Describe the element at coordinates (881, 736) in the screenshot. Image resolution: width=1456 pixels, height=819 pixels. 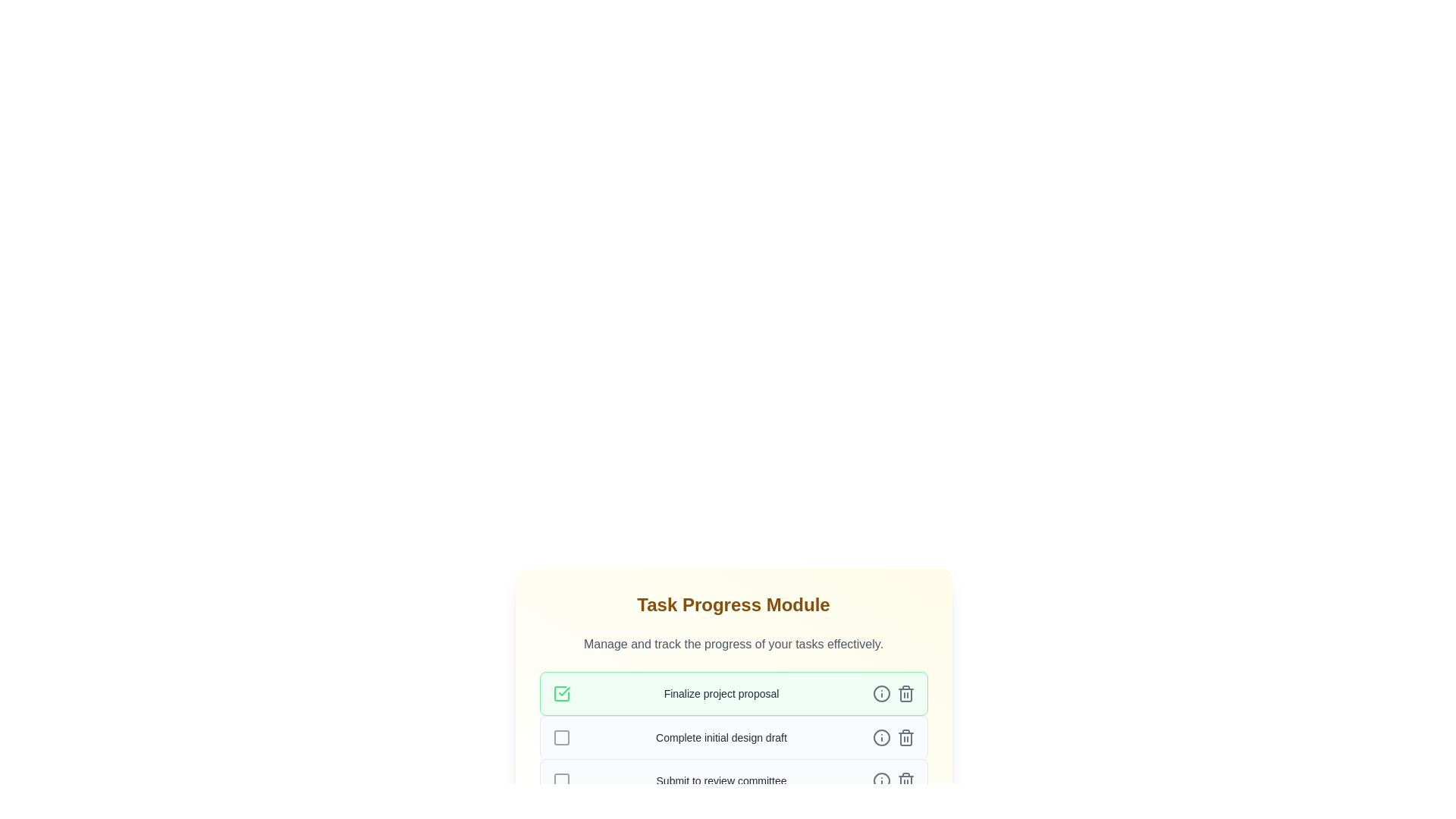
I see `the circular icon graphic that is part of the task list next to 'Complete initial design draft.'` at that location.